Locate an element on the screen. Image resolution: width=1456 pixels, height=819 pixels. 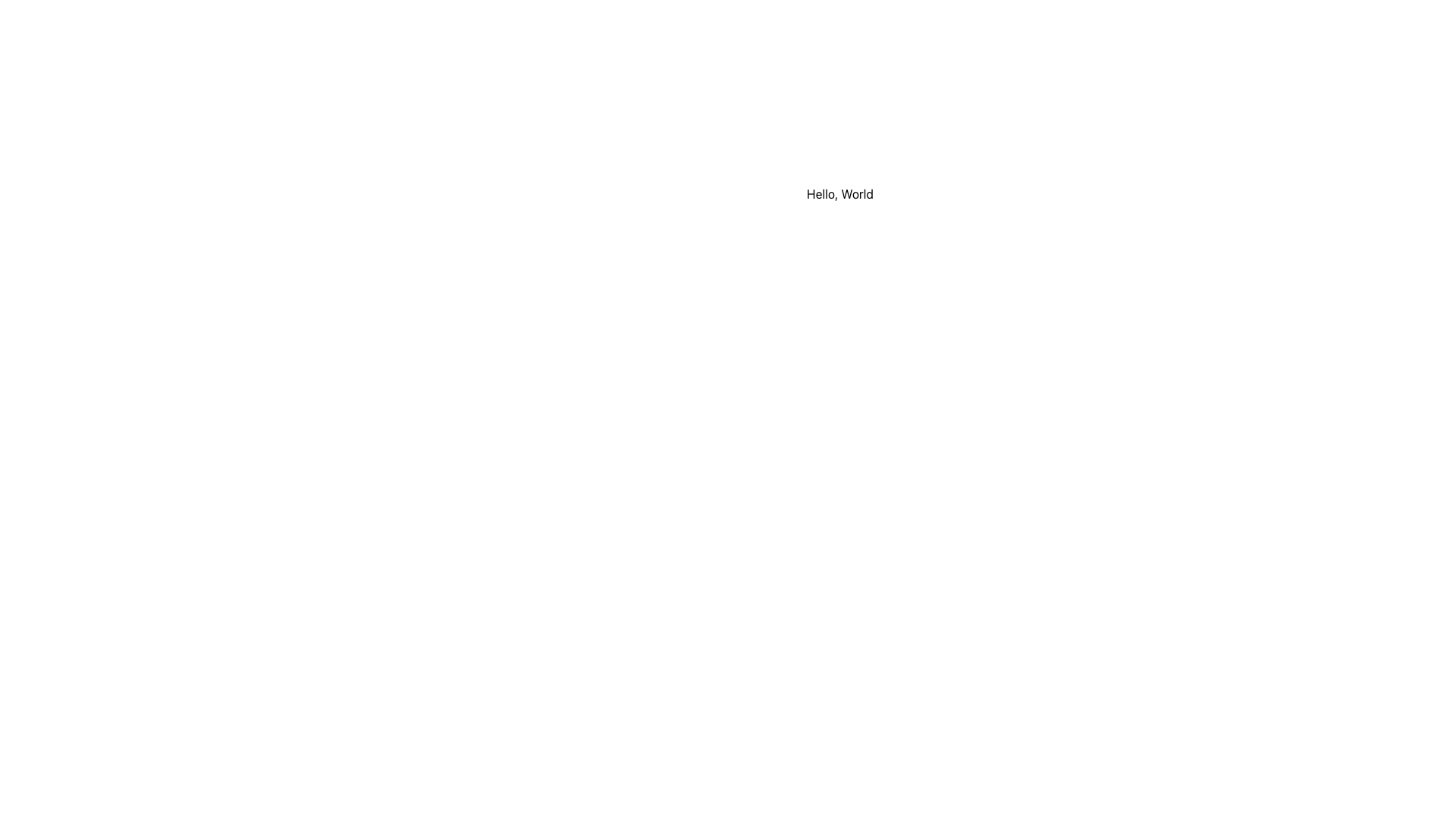
the third button on the far-right of the horizontal group is located at coordinates (1427, 27).